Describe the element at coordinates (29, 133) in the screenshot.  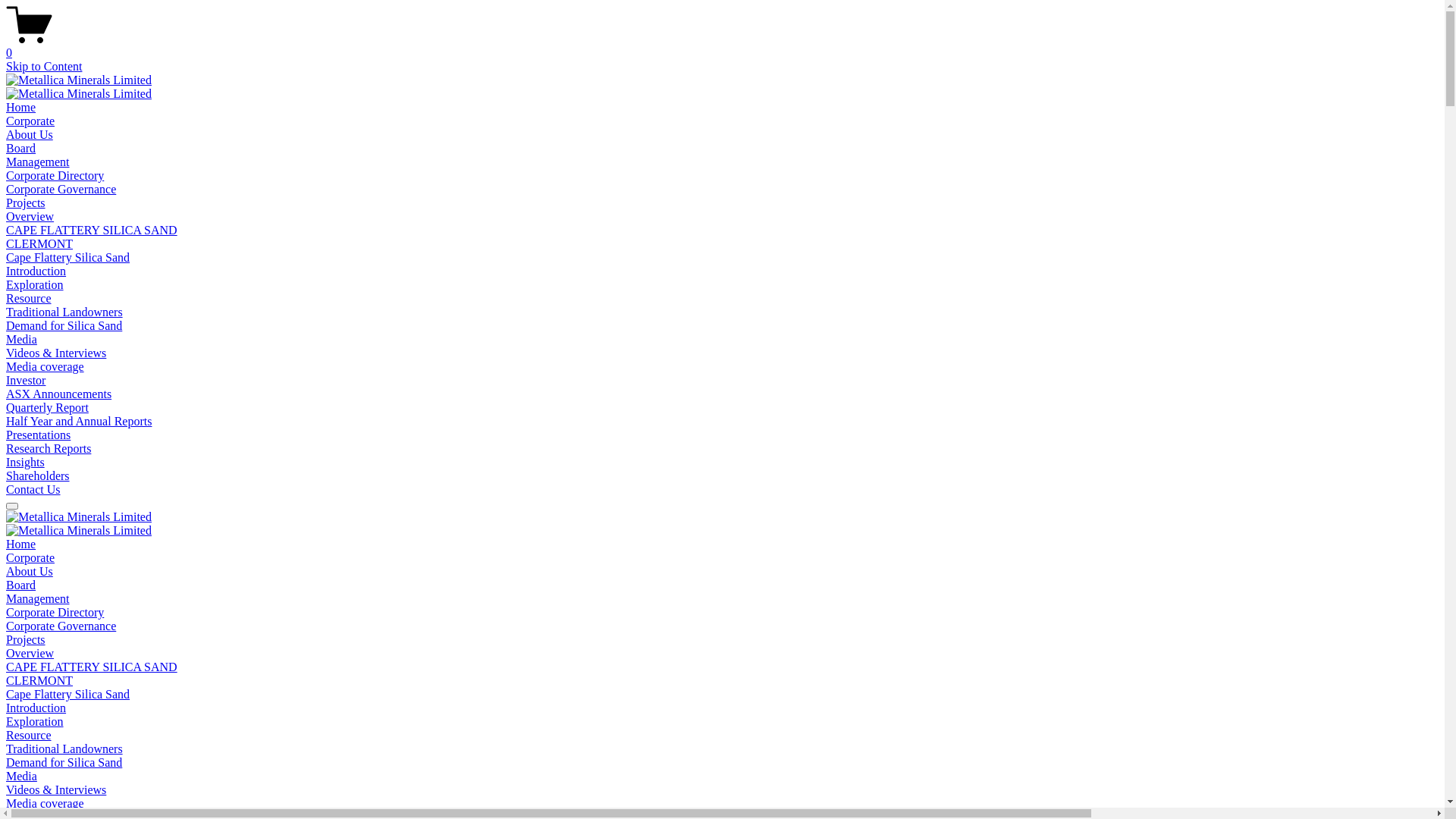
I see `'About Us'` at that location.